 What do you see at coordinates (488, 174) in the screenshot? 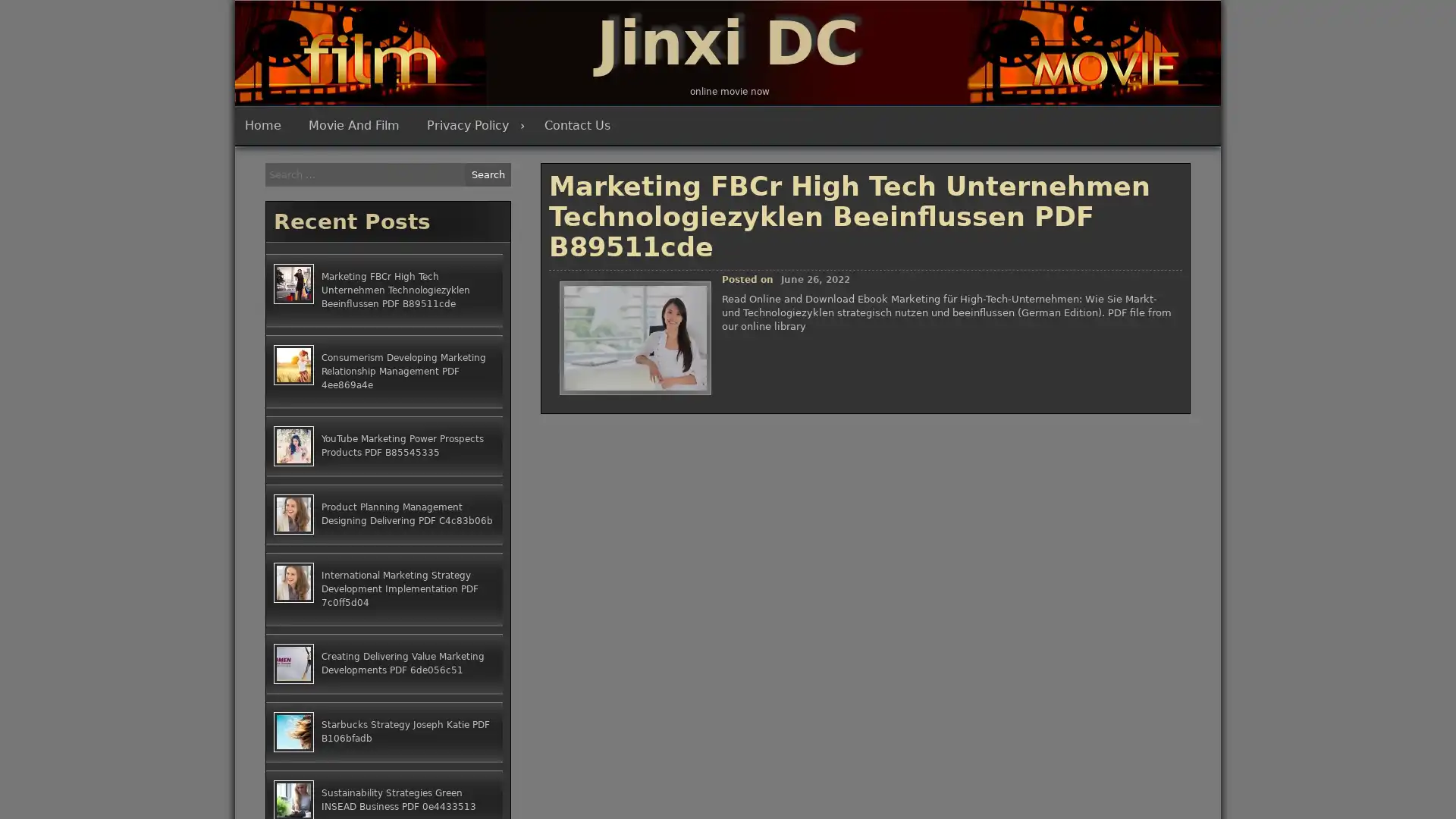
I see `Search` at bounding box center [488, 174].